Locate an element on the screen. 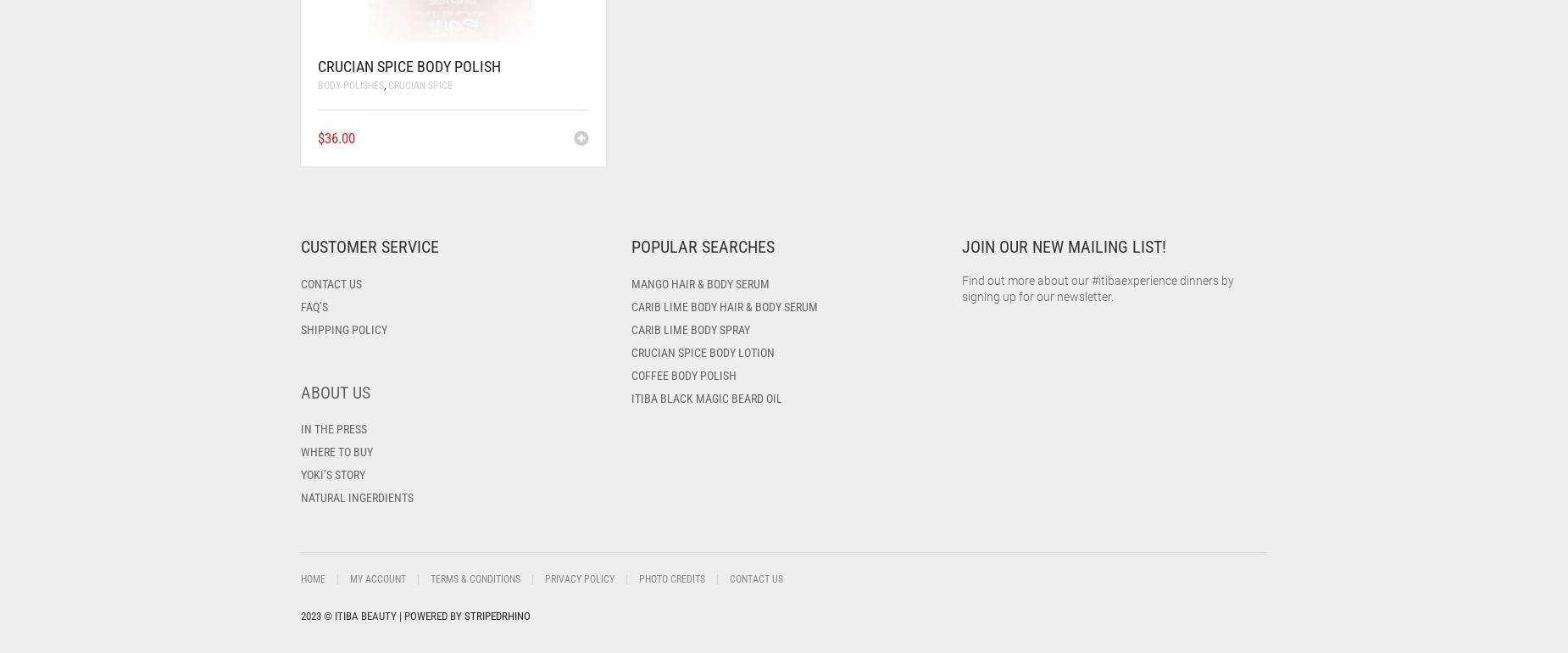  'Customer Service' is located at coordinates (369, 246).